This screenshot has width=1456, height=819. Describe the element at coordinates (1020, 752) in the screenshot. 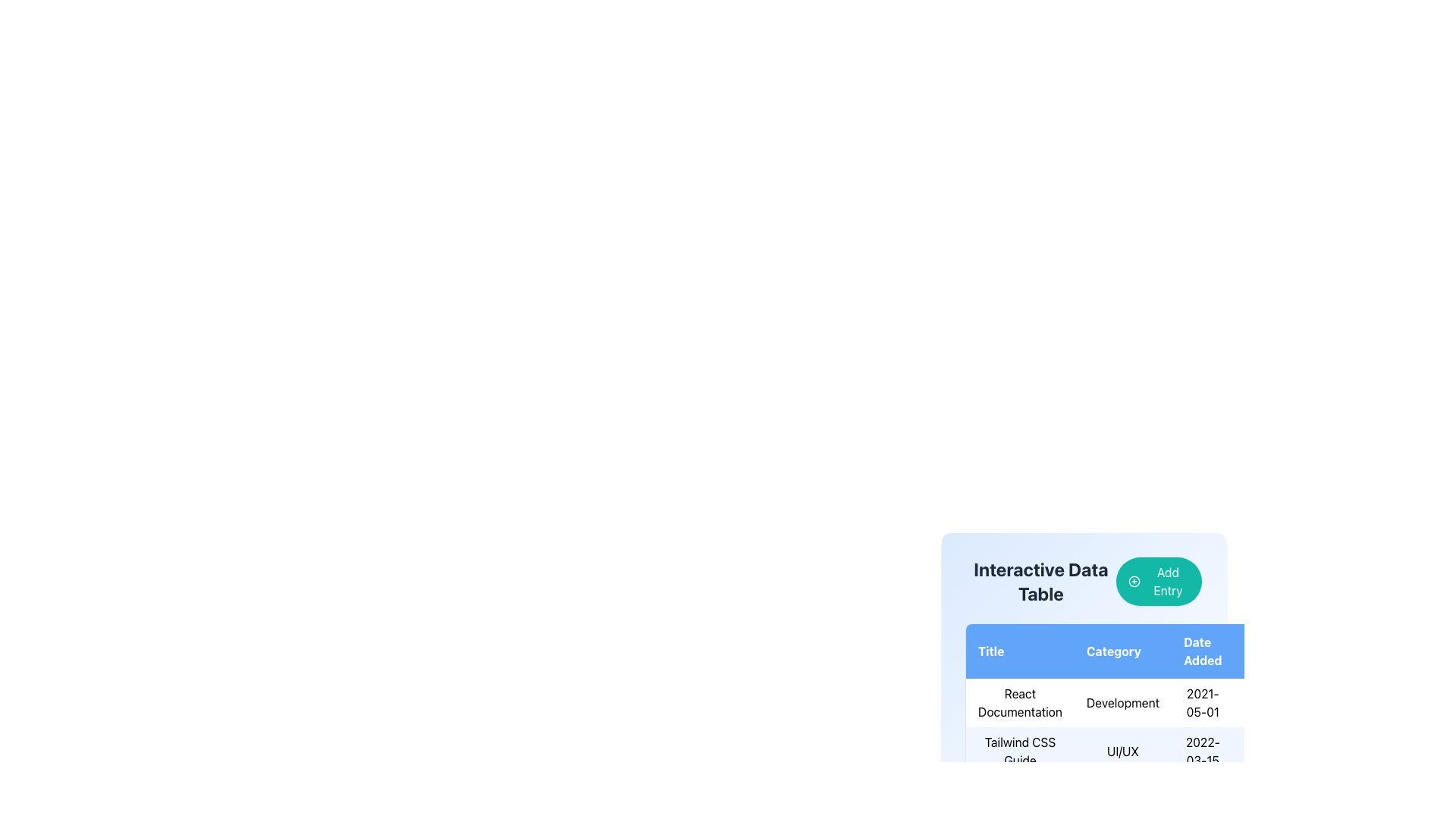

I see `the table cell displaying the text 'Tailwind CSS Guide', located in the first column of the row under the 'Title' header` at that location.